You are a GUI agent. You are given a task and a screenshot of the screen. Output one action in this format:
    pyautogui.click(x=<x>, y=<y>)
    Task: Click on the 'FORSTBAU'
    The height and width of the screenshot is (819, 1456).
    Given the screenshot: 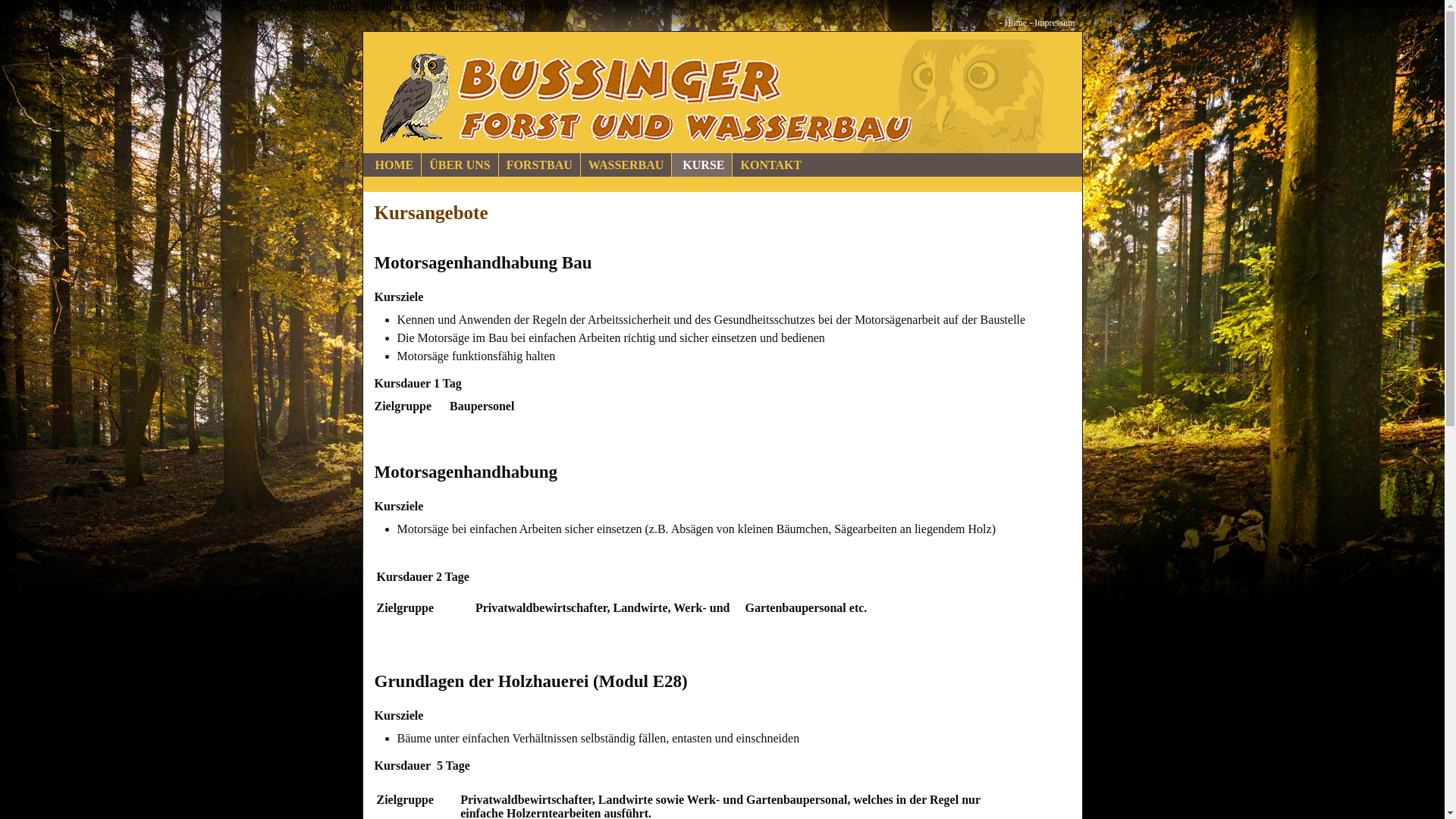 What is the action you would take?
    pyautogui.click(x=539, y=165)
    